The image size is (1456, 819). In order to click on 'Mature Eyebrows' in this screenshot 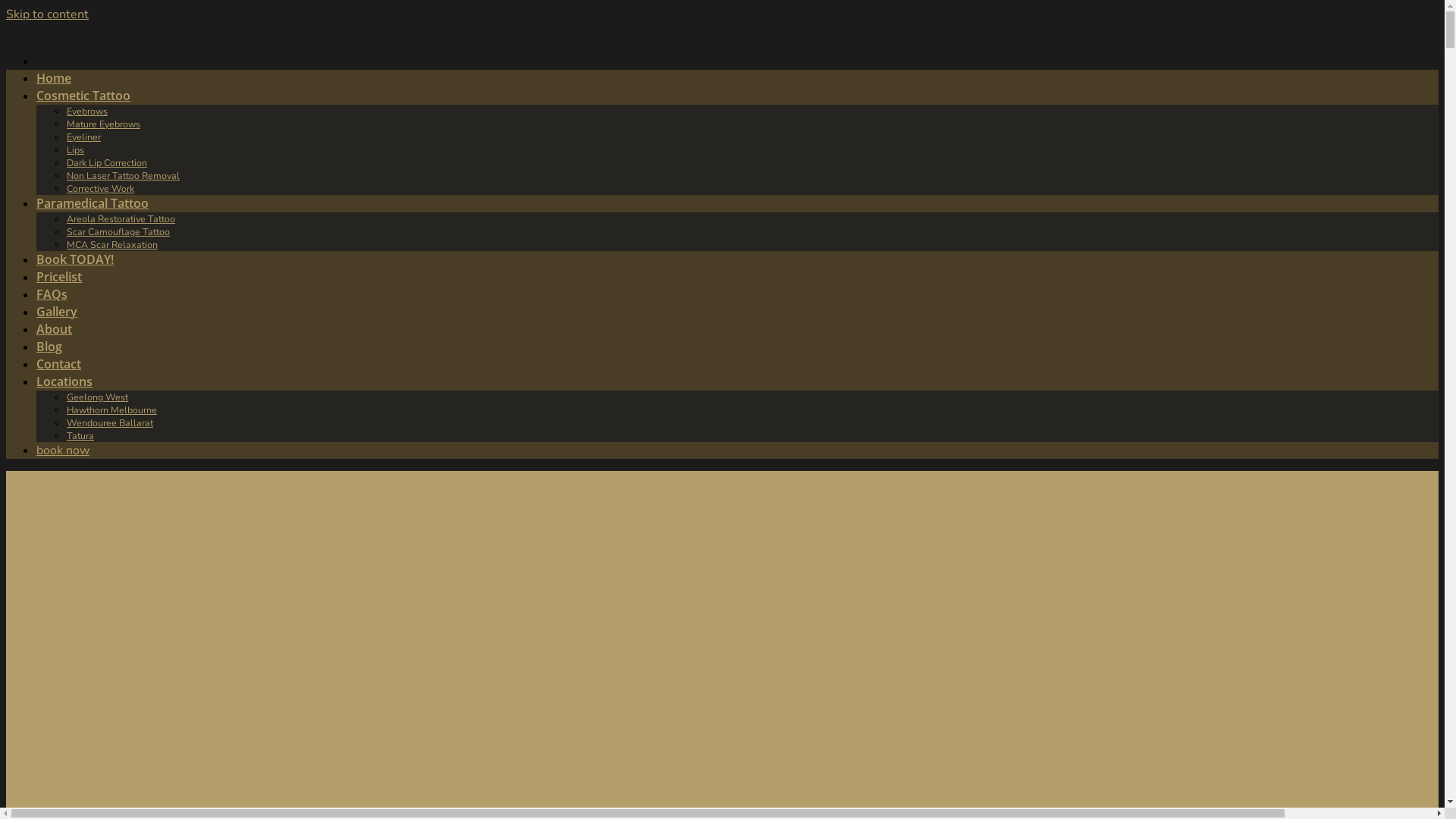, I will do `click(102, 123)`.